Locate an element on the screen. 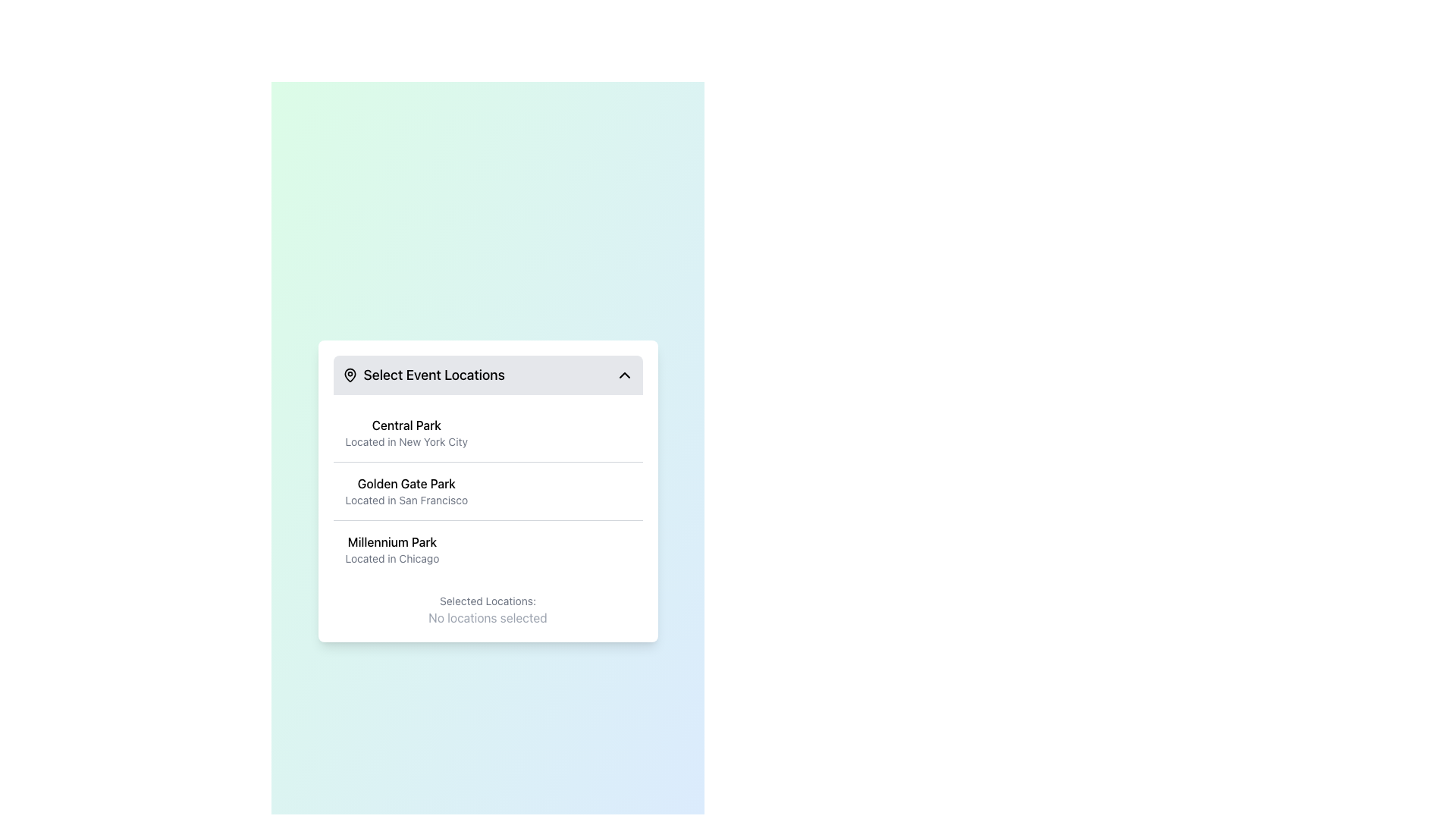 This screenshot has width=1456, height=819. the map pin icon located to the left of the text 'Select Event Locations' in the header section of the UI card is located at coordinates (349, 375).